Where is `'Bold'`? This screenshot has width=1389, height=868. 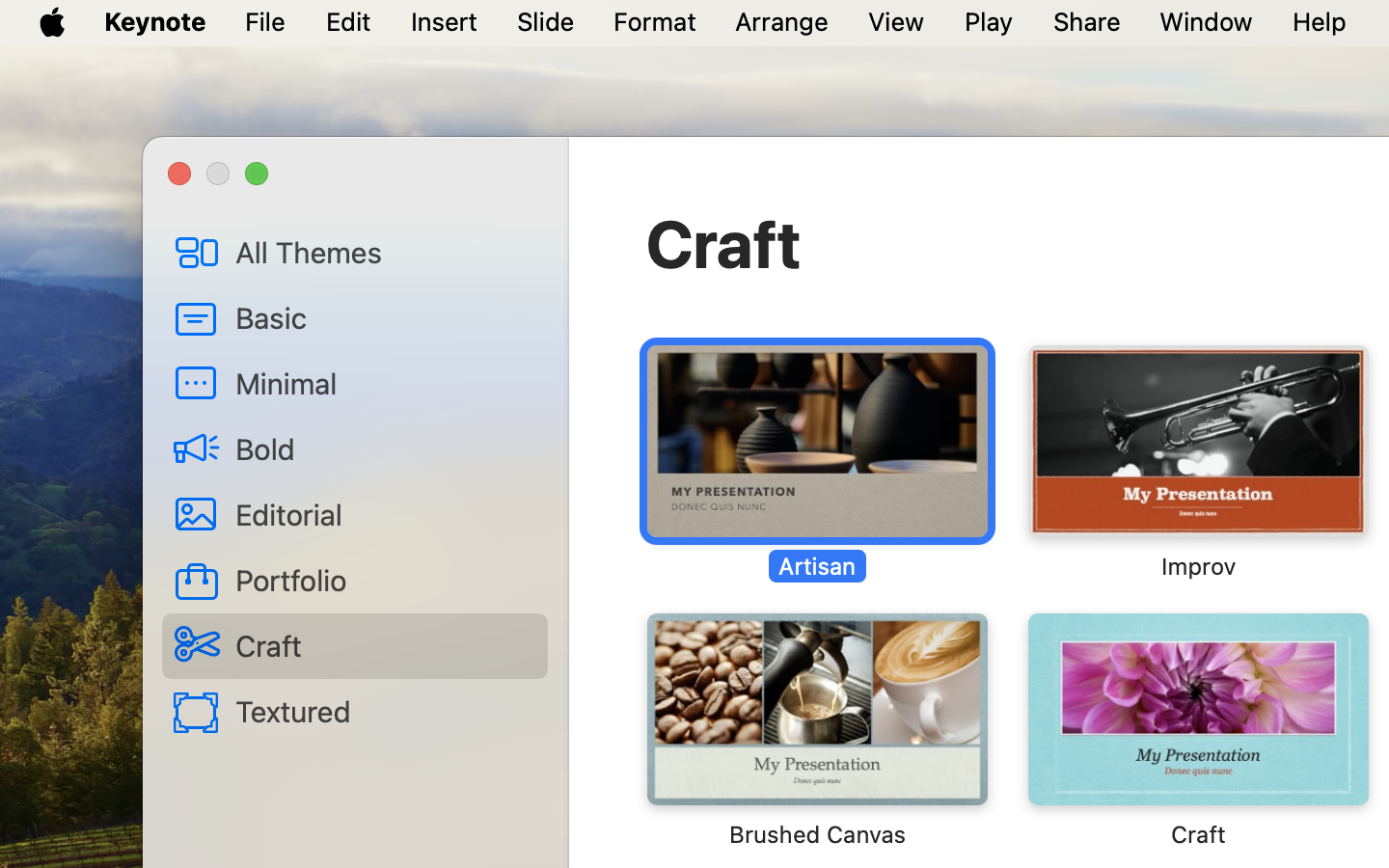 'Bold' is located at coordinates (383, 448).